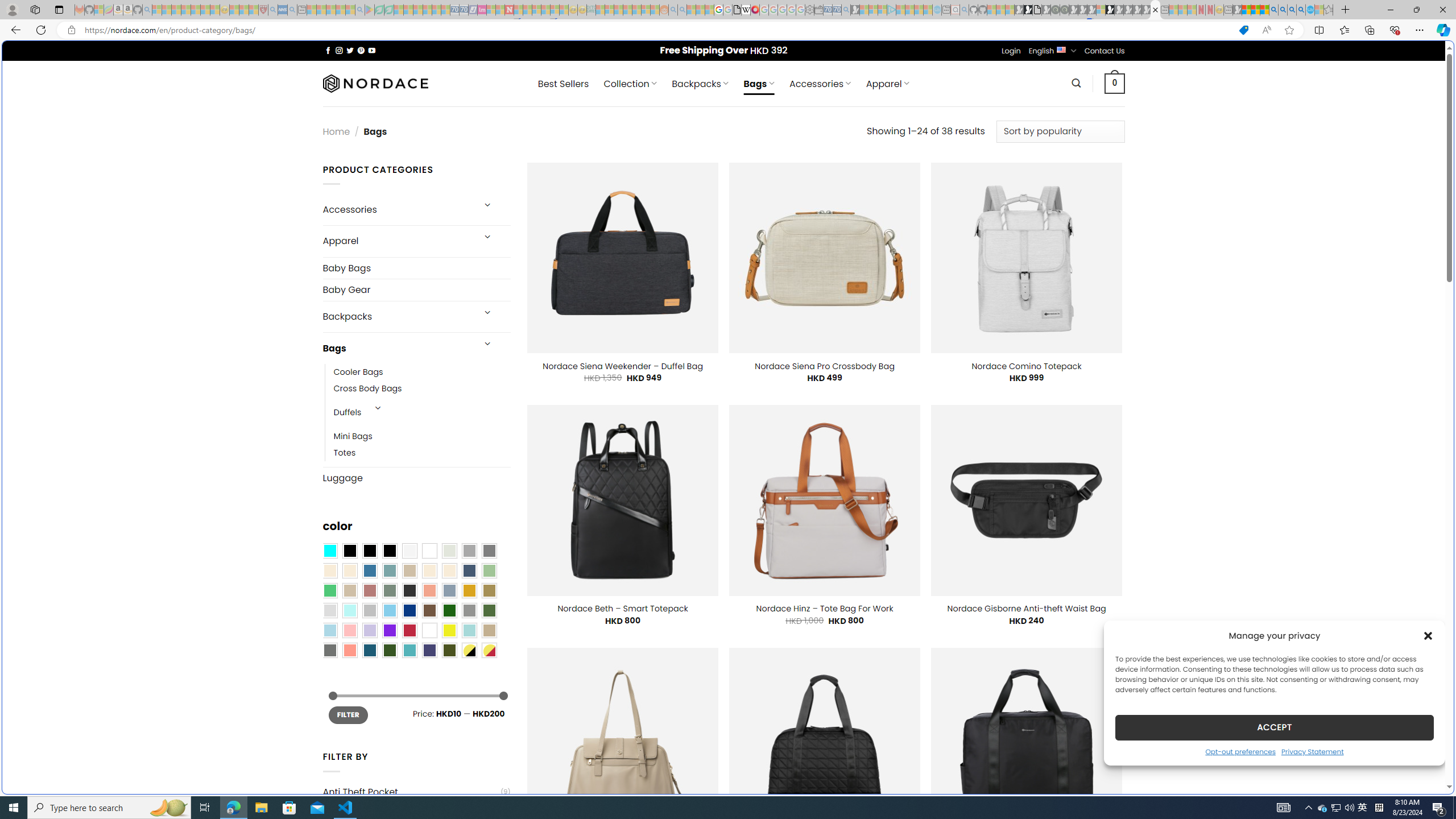  What do you see at coordinates (369, 590) in the screenshot?
I see `'Rose'` at bounding box center [369, 590].